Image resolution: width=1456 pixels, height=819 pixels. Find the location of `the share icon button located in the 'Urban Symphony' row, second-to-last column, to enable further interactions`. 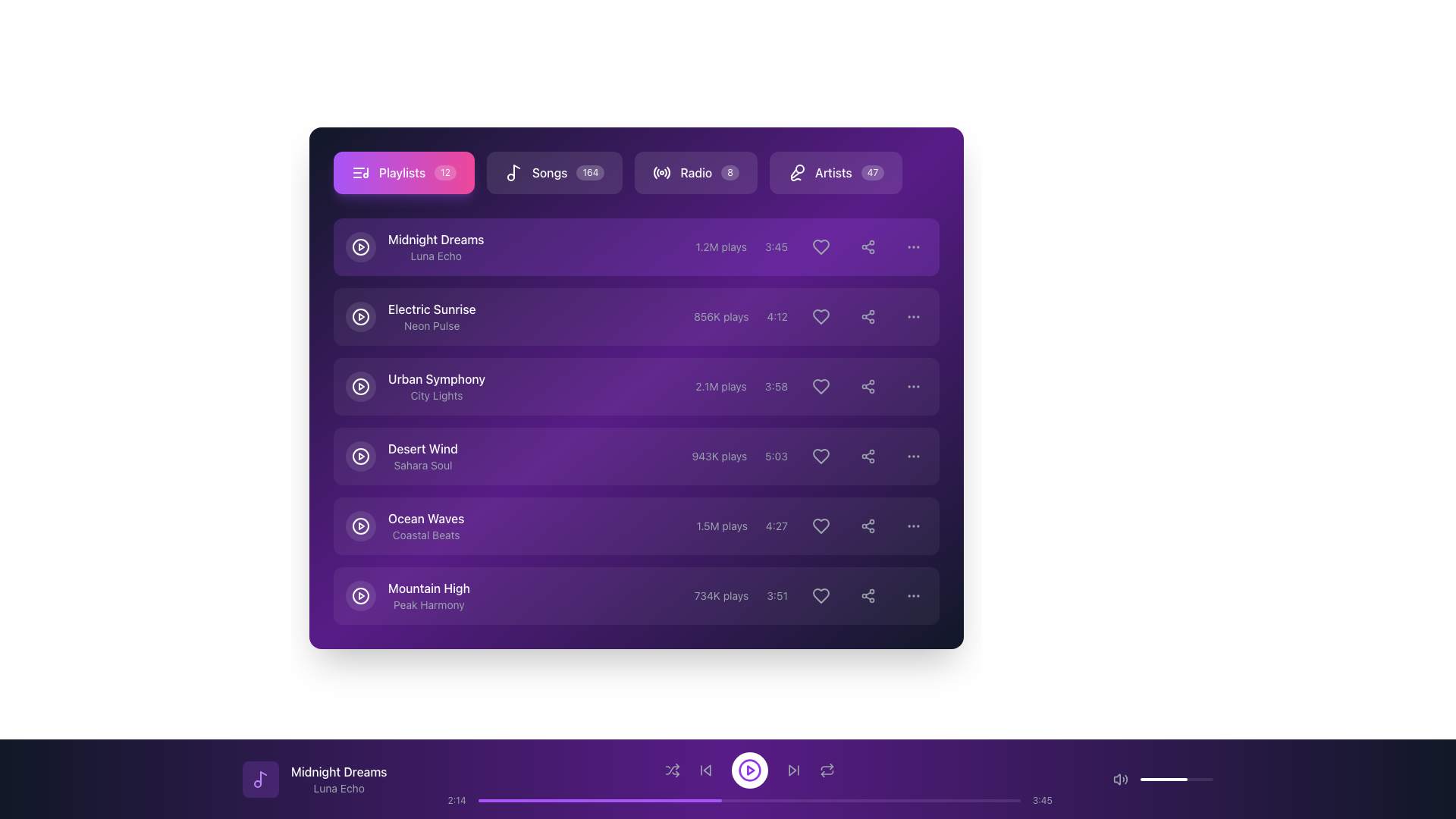

the share icon button located in the 'Urban Symphony' row, second-to-last column, to enable further interactions is located at coordinates (868, 385).